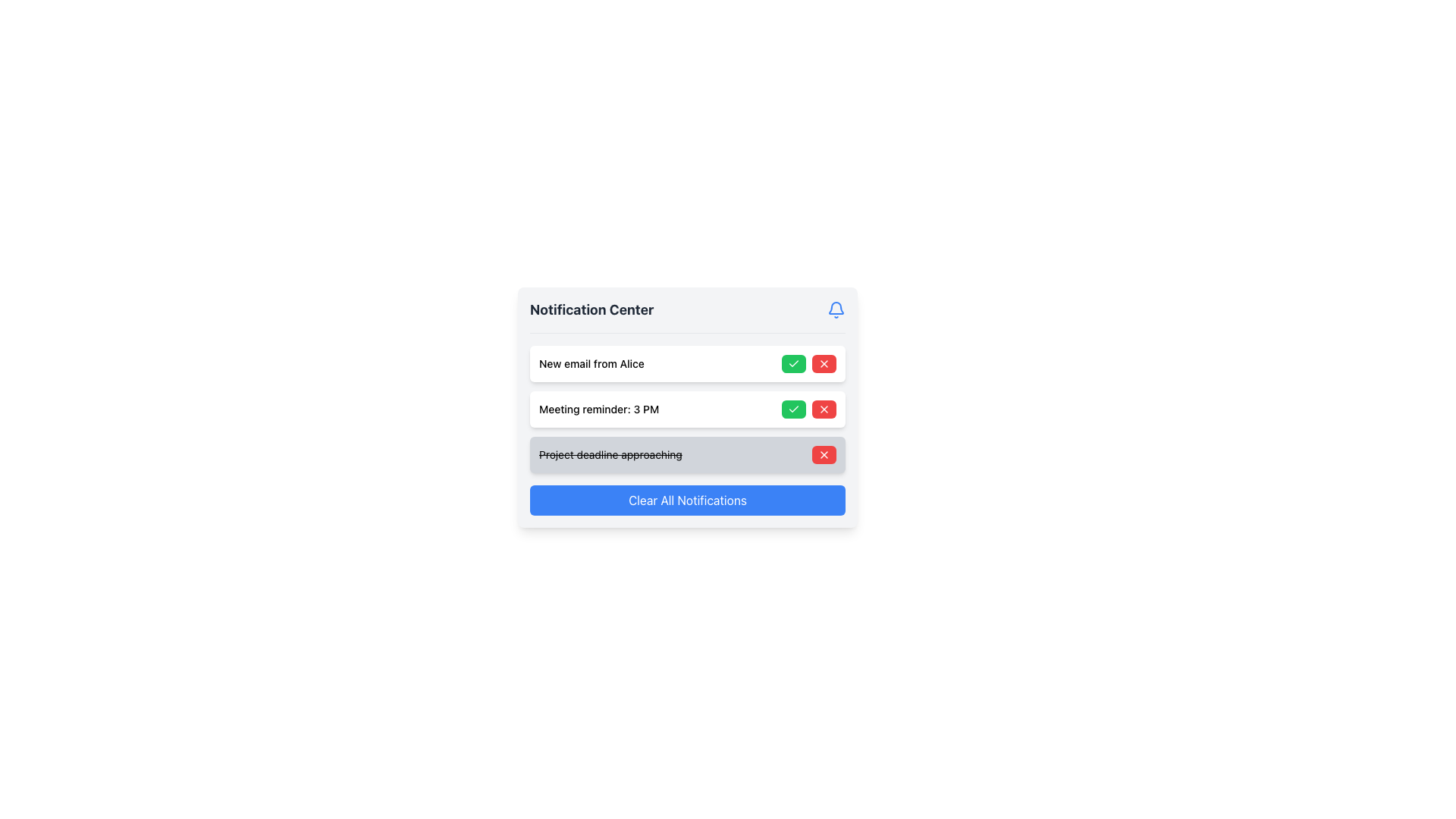 The image size is (1456, 819). I want to click on the text label displaying 'Meeting reminder: 3 PM' in the Notification Center, which is the second notification entry in the list, so click(598, 409).